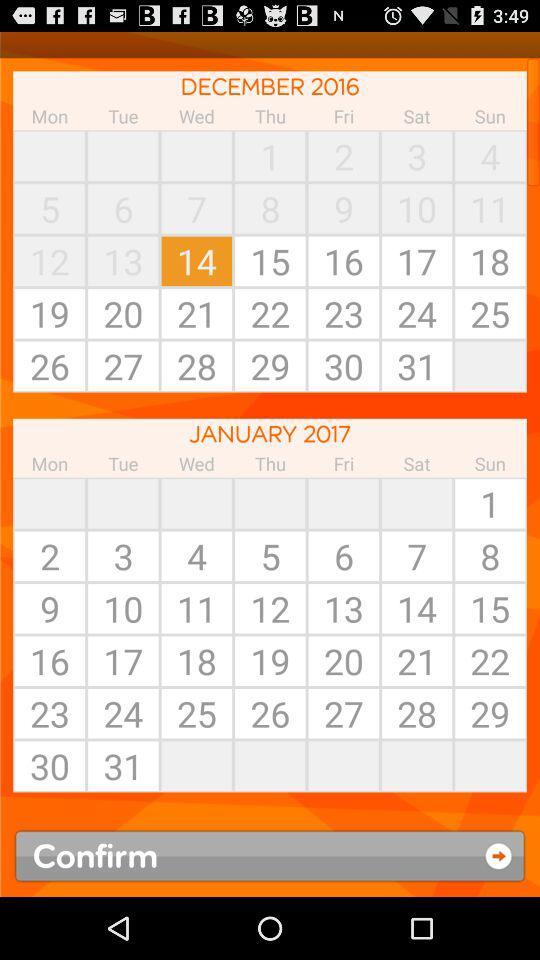 Image resolution: width=540 pixels, height=960 pixels. I want to click on the number 27 which is on tuesday, so click(123, 365).